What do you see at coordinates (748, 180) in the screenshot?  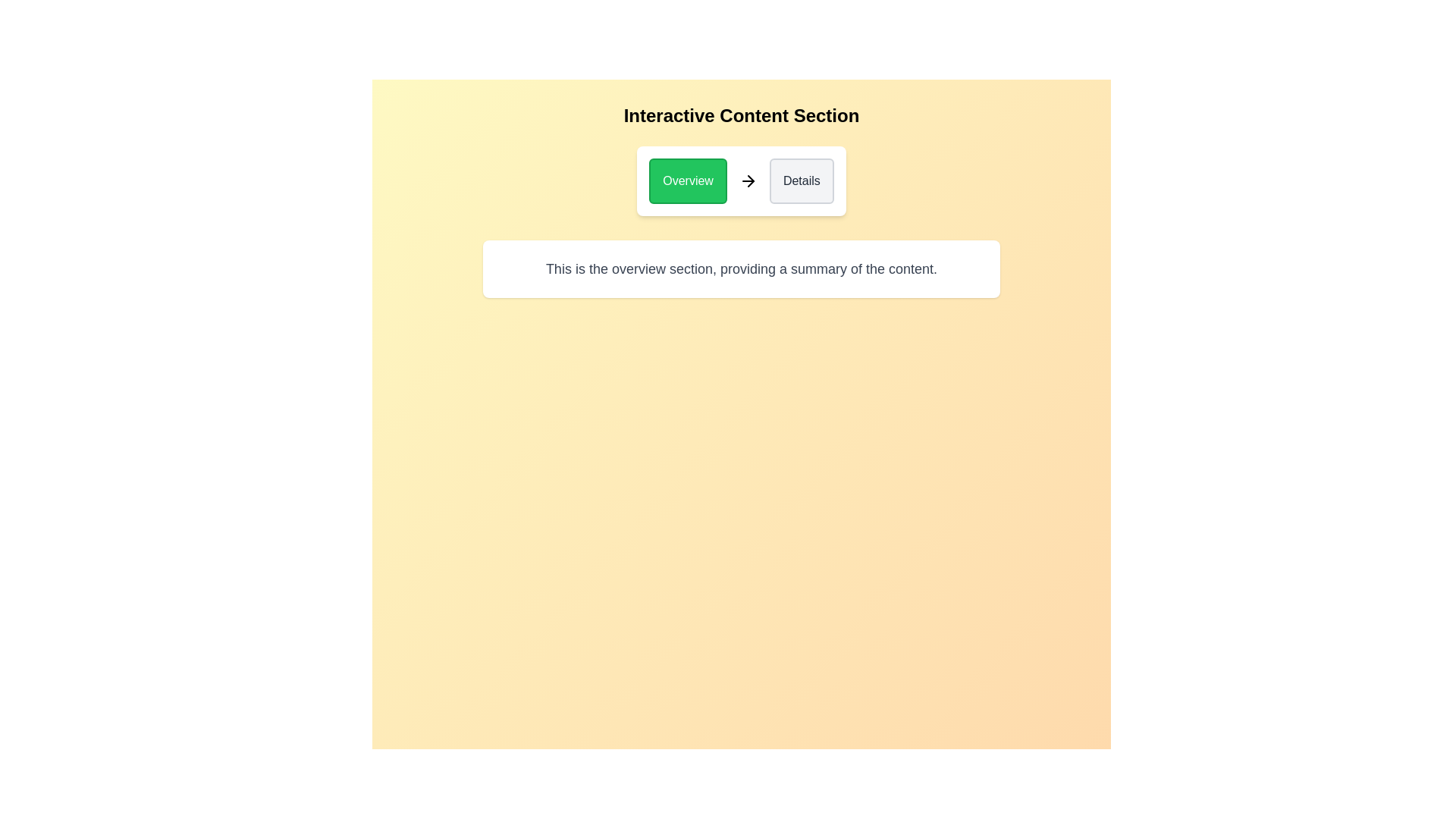 I see `the arrow icon to navigate to the next section` at bounding box center [748, 180].